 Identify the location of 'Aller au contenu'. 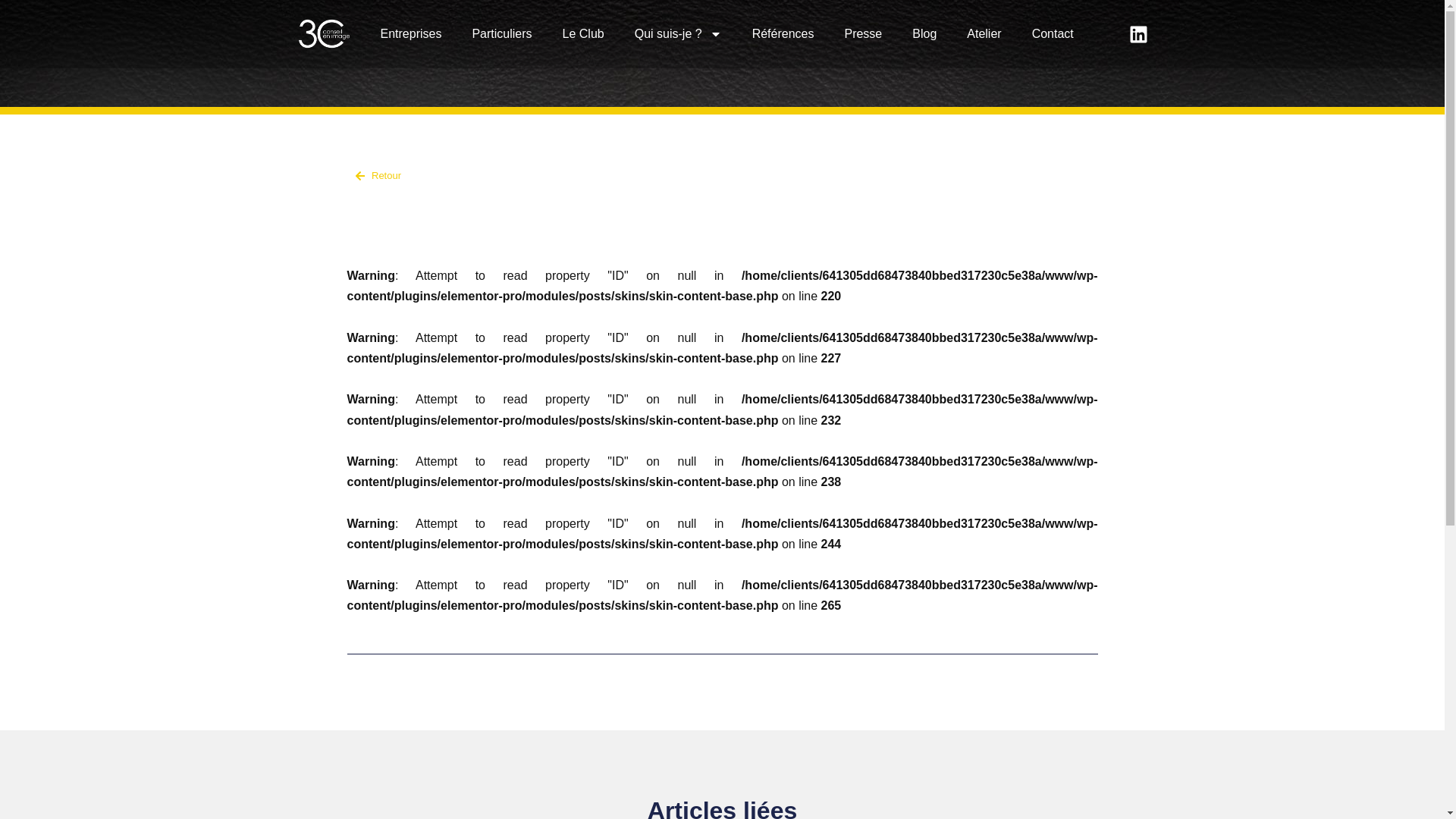
(11, 32).